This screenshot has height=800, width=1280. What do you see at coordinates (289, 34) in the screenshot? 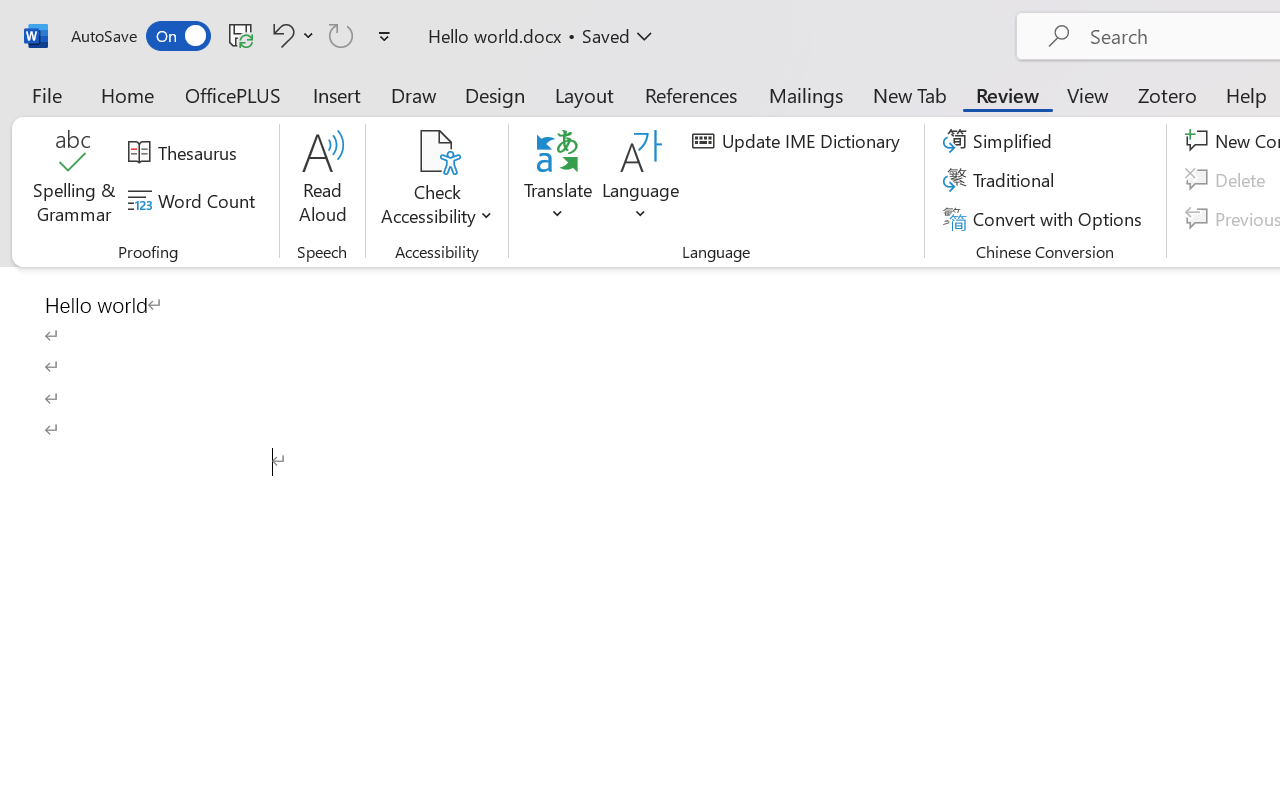
I see `'Undo Click and Type Formatting'` at bounding box center [289, 34].